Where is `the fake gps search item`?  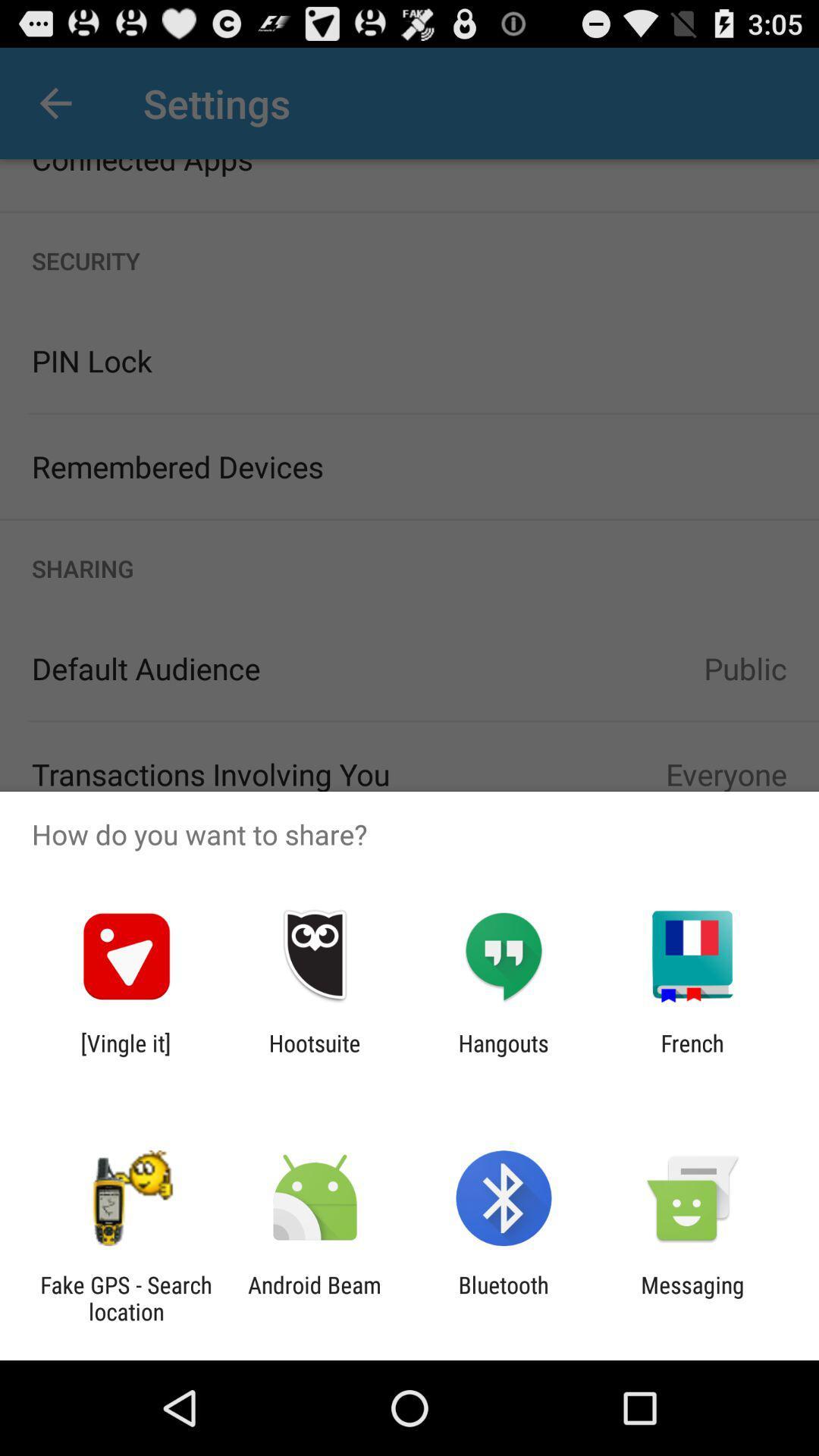
the fake gps search item is located at coordinates (125, 1298).